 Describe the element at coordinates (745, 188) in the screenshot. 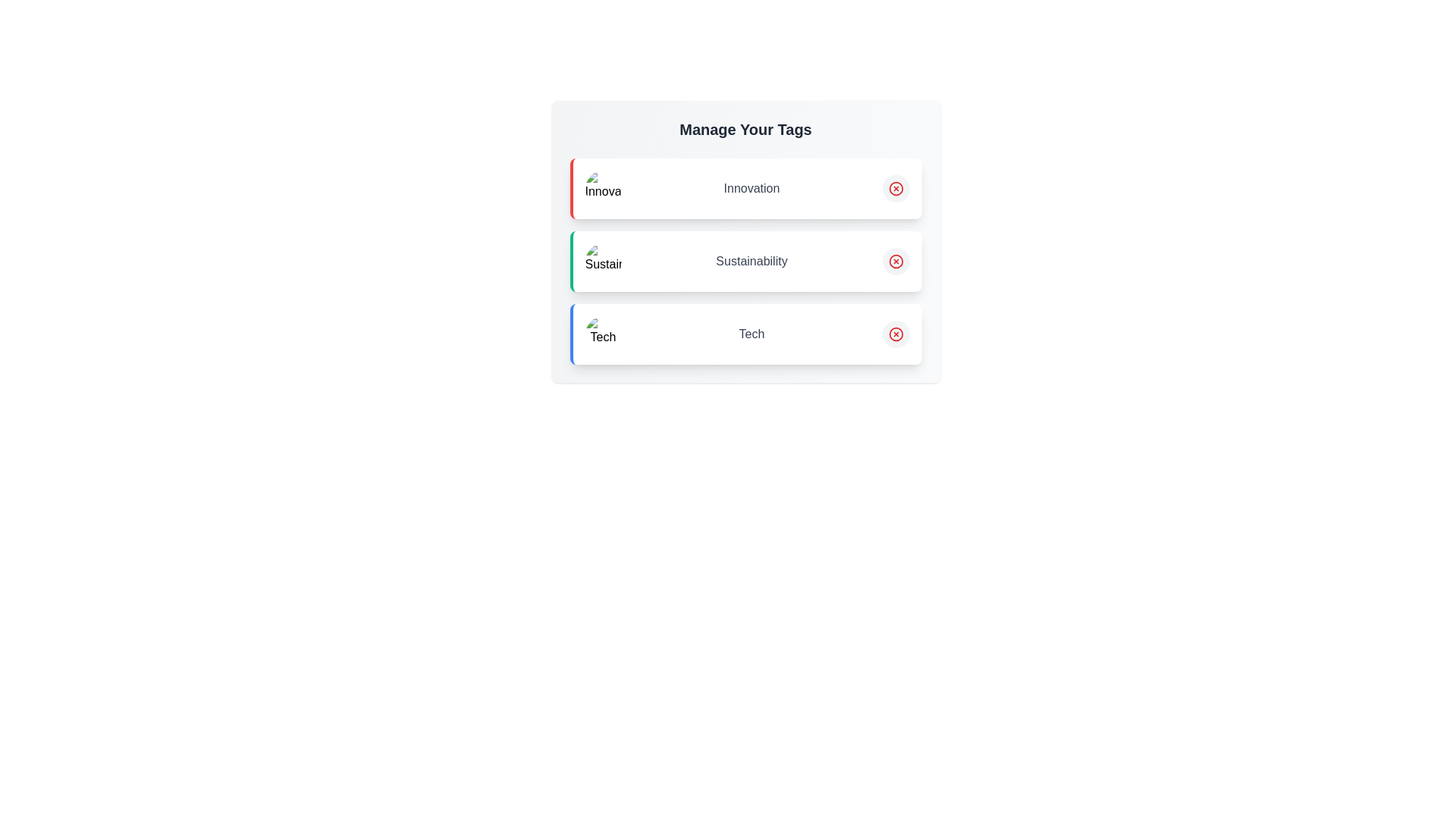

I see `the tag item Innovation to observe its hover effect` at that location.